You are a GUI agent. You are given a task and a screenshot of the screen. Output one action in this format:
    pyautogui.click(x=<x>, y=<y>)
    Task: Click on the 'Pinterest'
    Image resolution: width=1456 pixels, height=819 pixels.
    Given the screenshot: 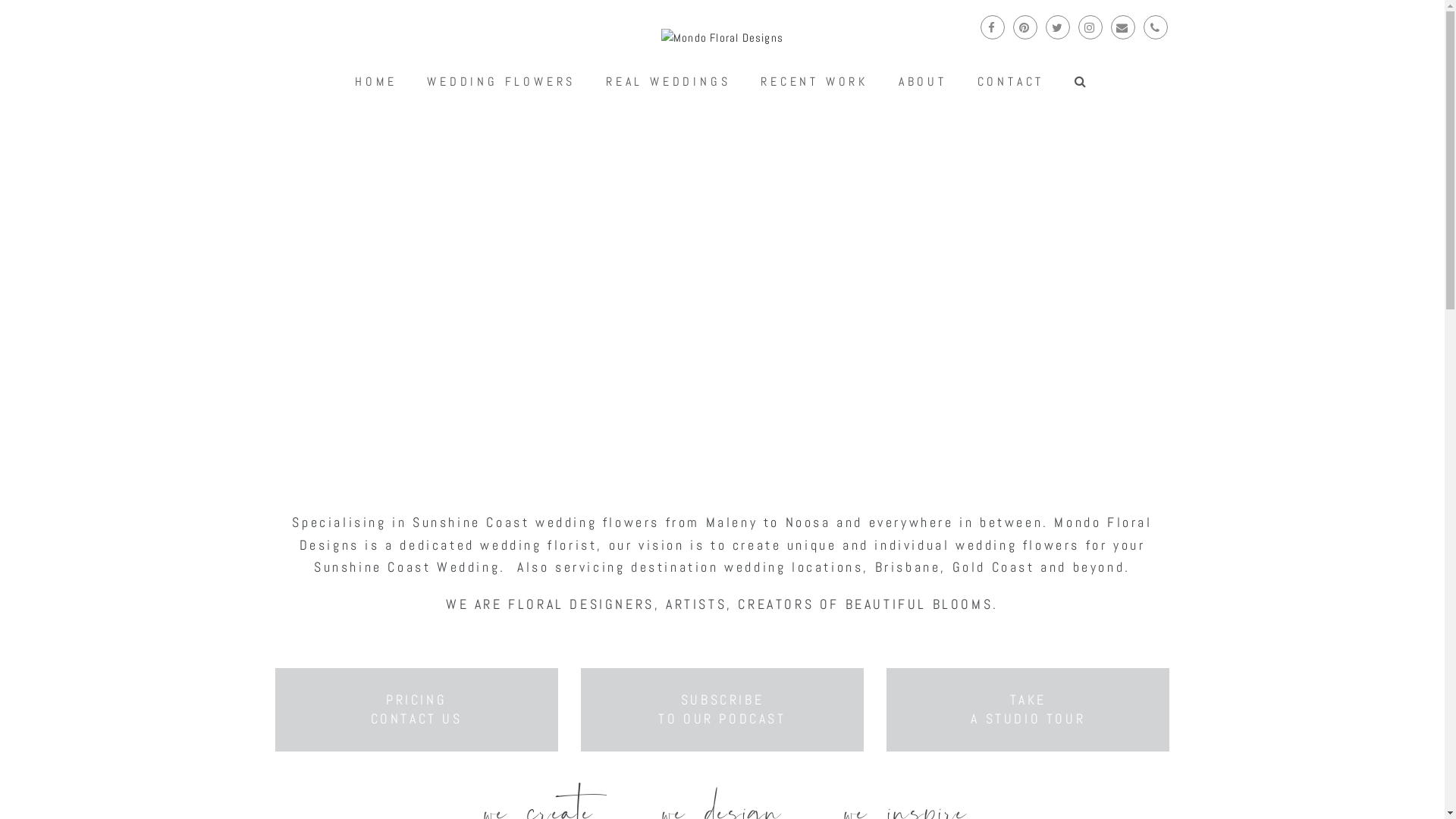 What is the action you would take?
    pyautogui.click(x=1012, y=27)
    